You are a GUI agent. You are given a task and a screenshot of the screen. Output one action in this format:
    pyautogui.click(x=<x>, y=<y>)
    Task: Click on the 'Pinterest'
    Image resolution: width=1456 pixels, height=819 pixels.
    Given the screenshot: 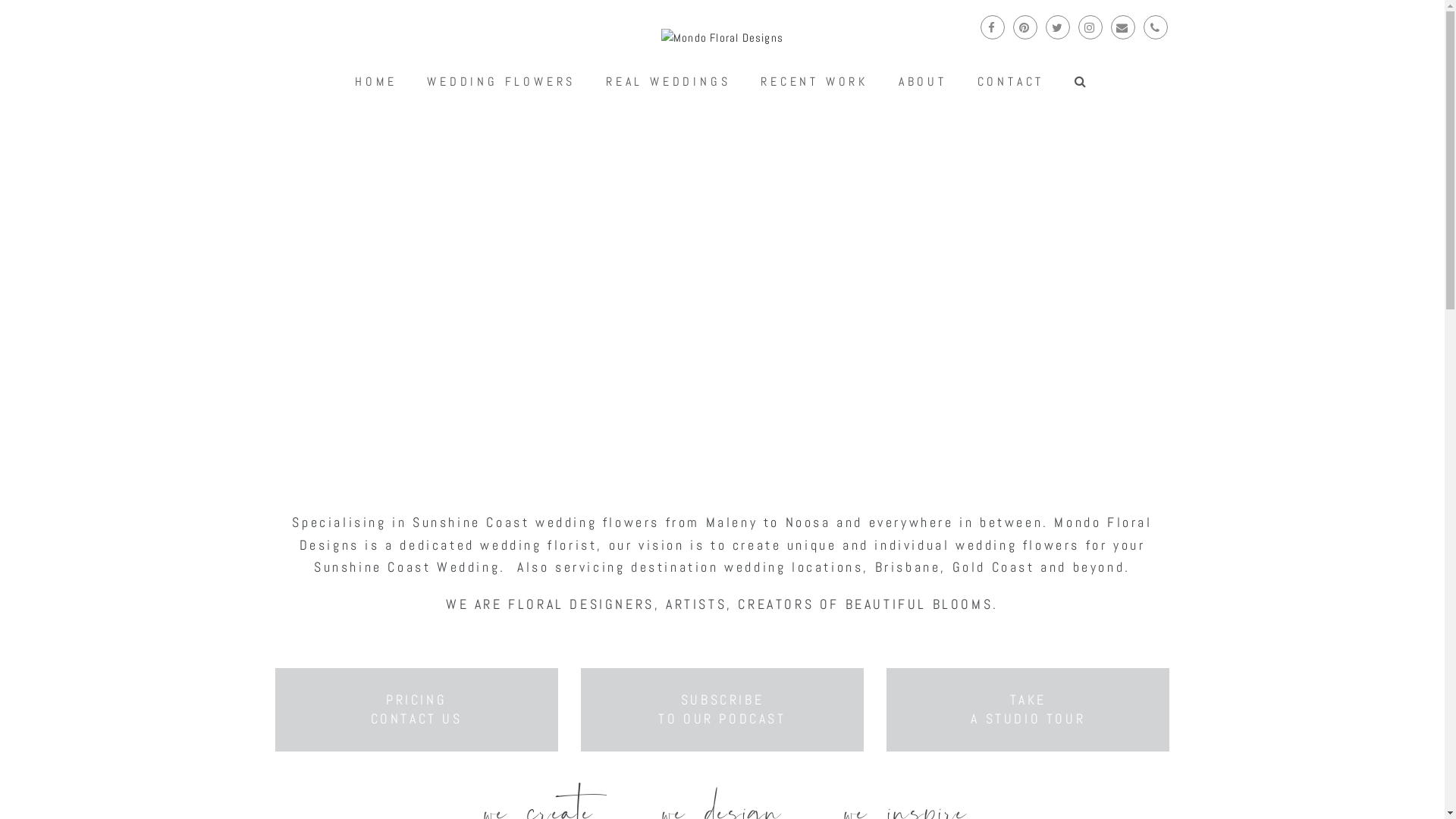 What is the action you would take?
    pyautogui.click(x=1012, y=27)
    